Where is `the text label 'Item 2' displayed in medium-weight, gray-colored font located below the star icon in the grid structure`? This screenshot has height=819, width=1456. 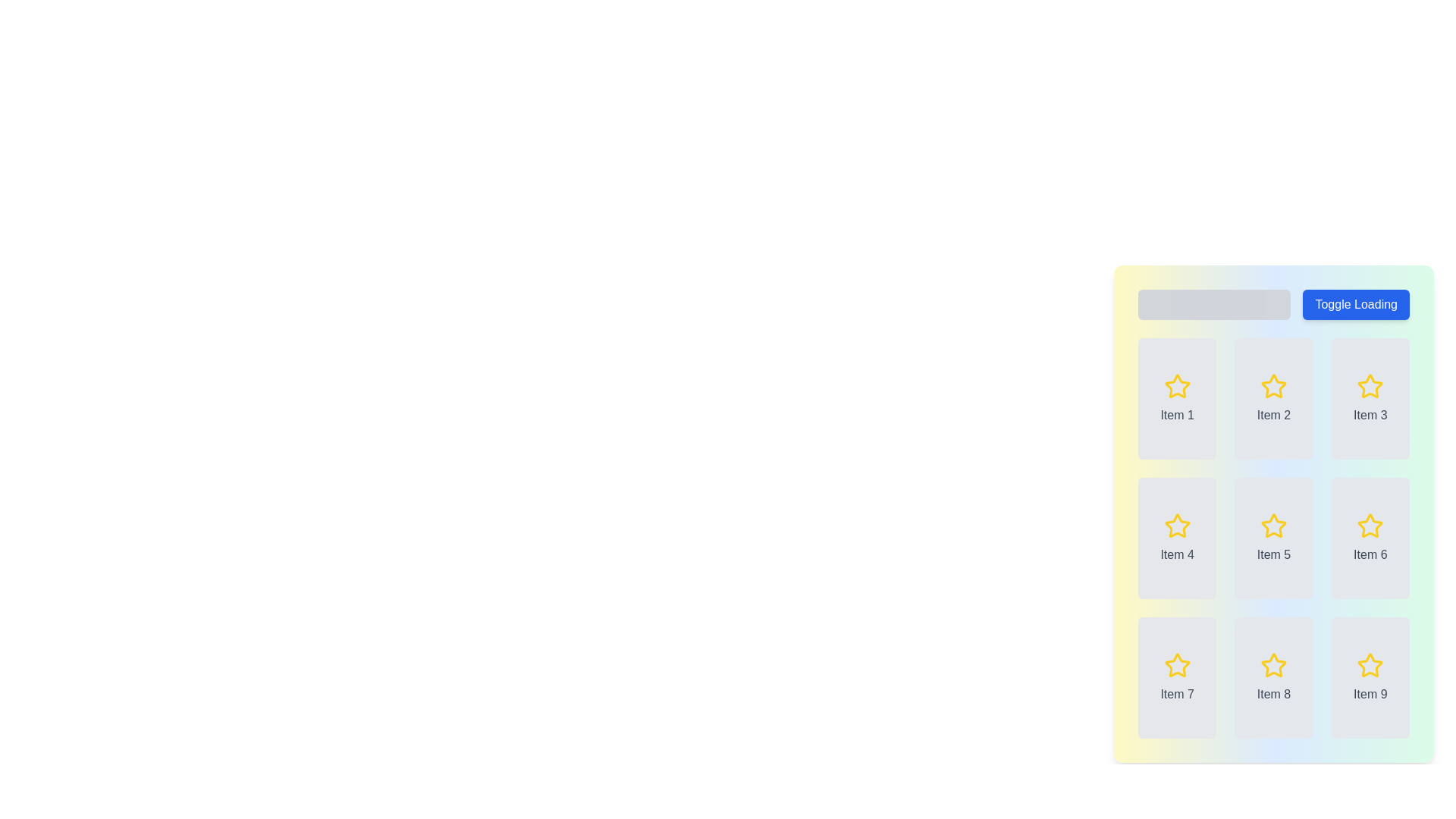 the text label 'Item 2' displayed in medium-weight, gray-colored font located below the star icon in the grid structure is located at coordinates (1274, 415).